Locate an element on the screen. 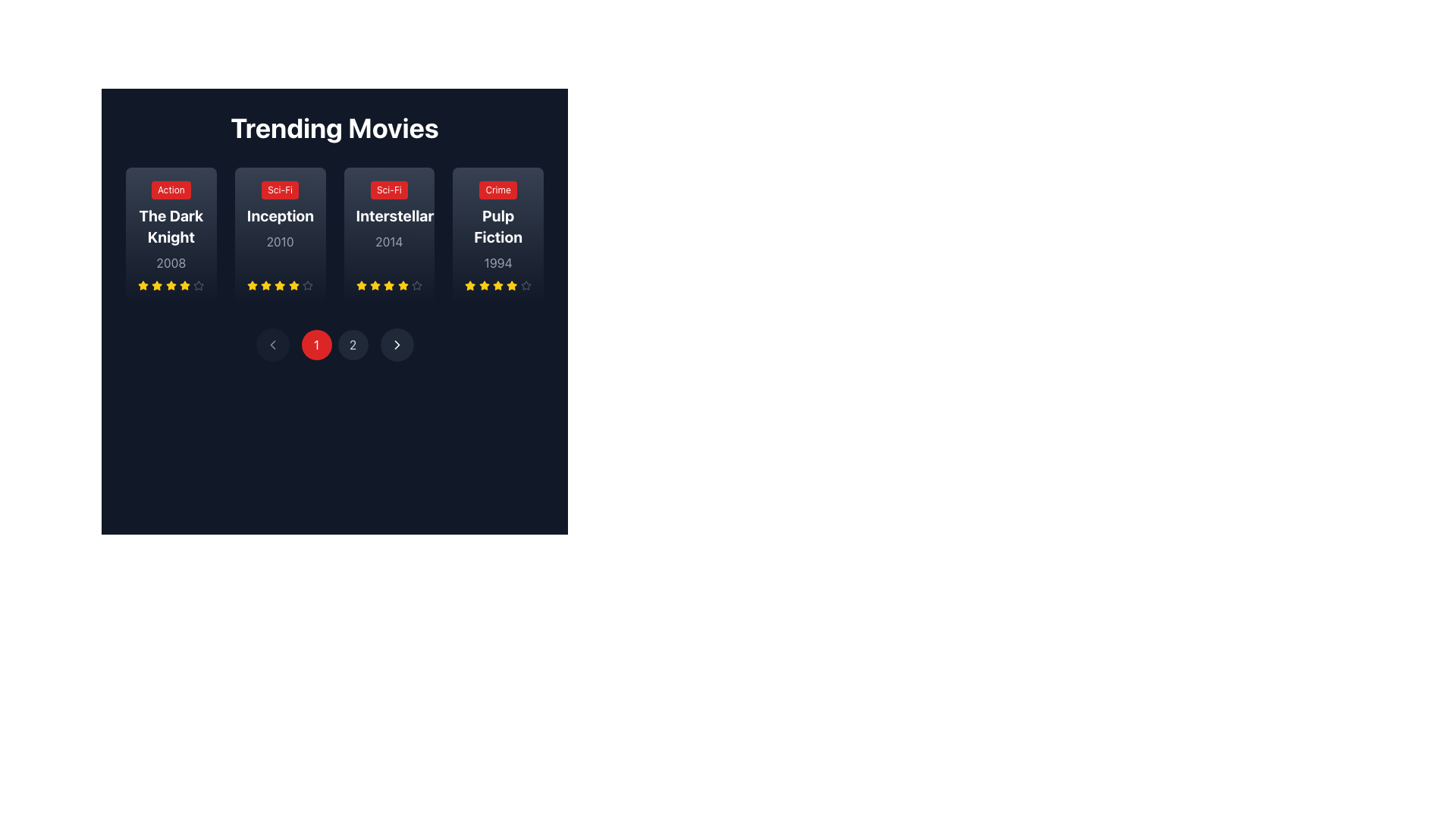 This screenshot has height=819, width=1456. the Information card displaying details about the movie 'The Dark Knight', which is the first card in the 'Trending Movies' grid is located at coordinates (171, 225).